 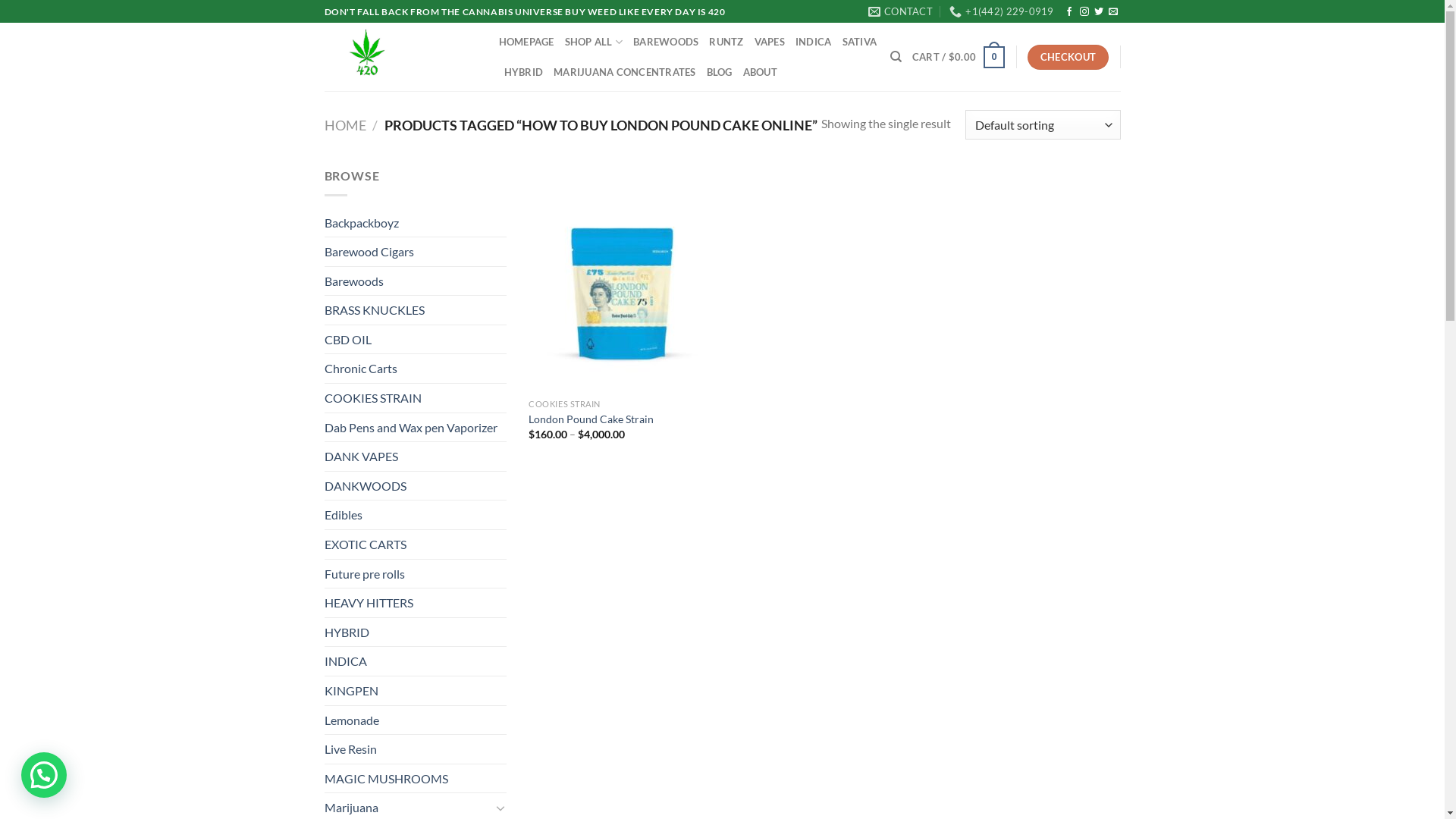 I want to click on '+1(442) 229-0919', so click(x=1001, y=11).